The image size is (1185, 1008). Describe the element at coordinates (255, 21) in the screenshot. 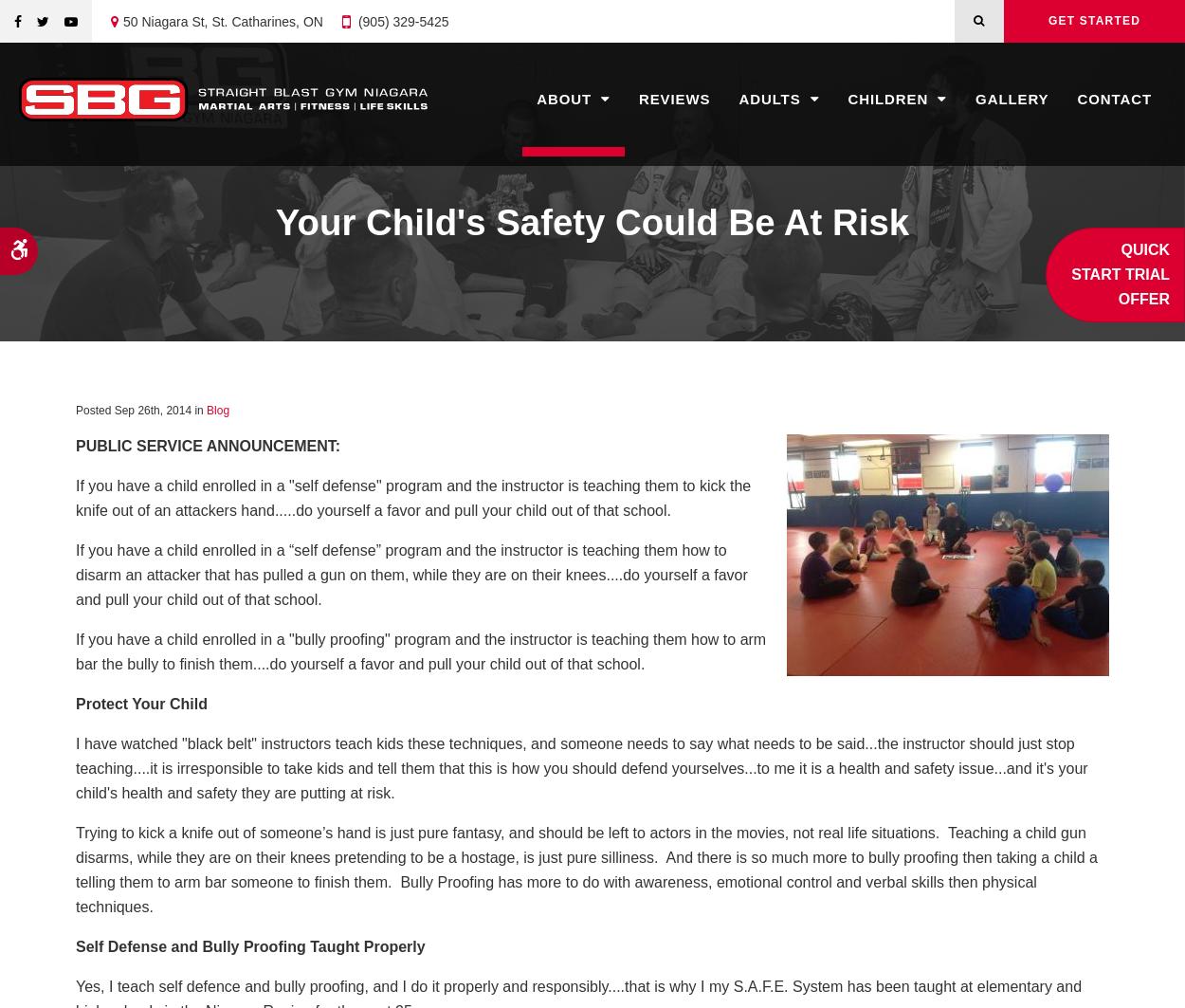

I see `'St. Catharines,'` at that location.